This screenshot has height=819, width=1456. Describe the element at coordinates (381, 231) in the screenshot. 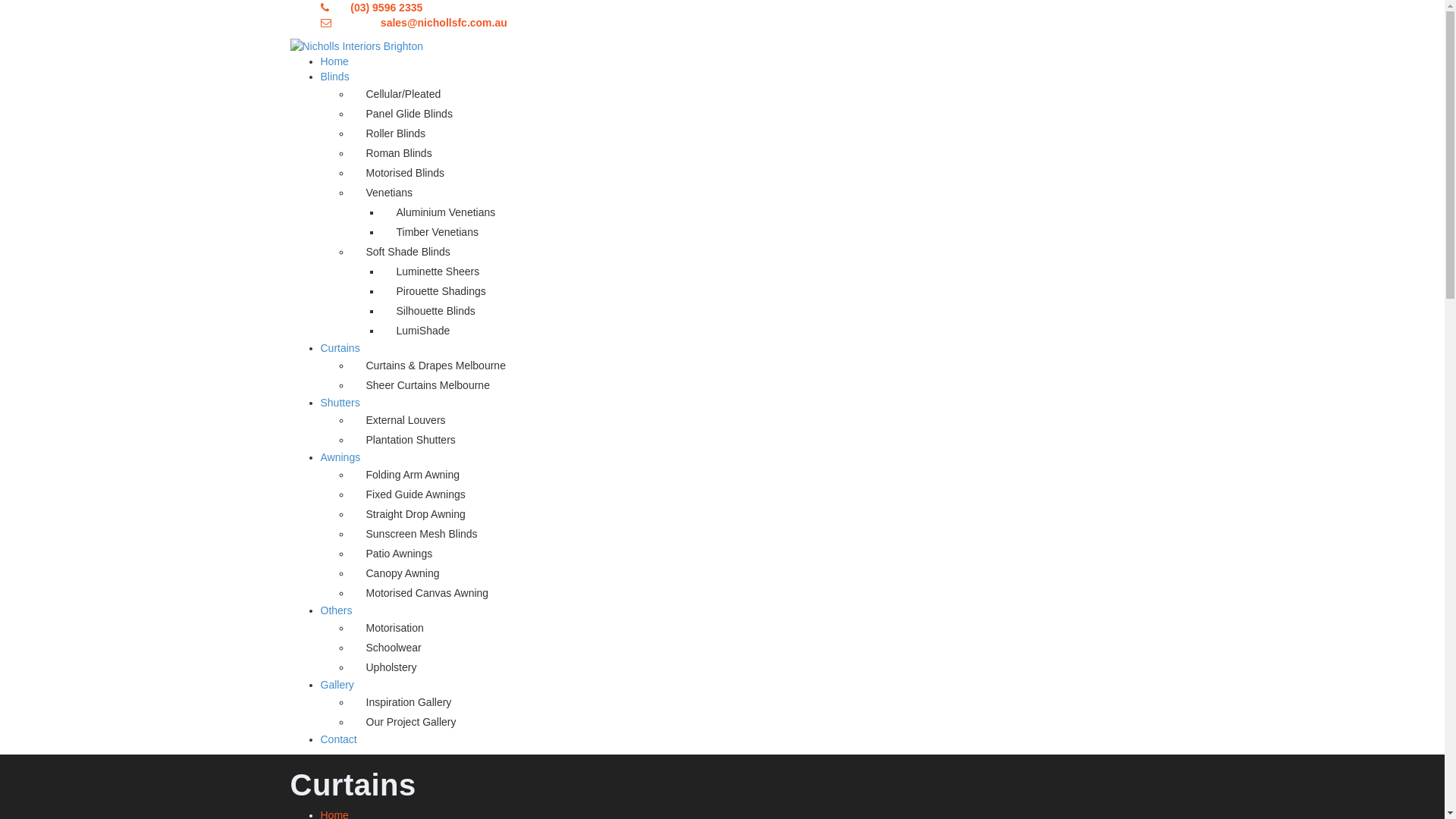

I see `'Timber Venetians'` at that location.